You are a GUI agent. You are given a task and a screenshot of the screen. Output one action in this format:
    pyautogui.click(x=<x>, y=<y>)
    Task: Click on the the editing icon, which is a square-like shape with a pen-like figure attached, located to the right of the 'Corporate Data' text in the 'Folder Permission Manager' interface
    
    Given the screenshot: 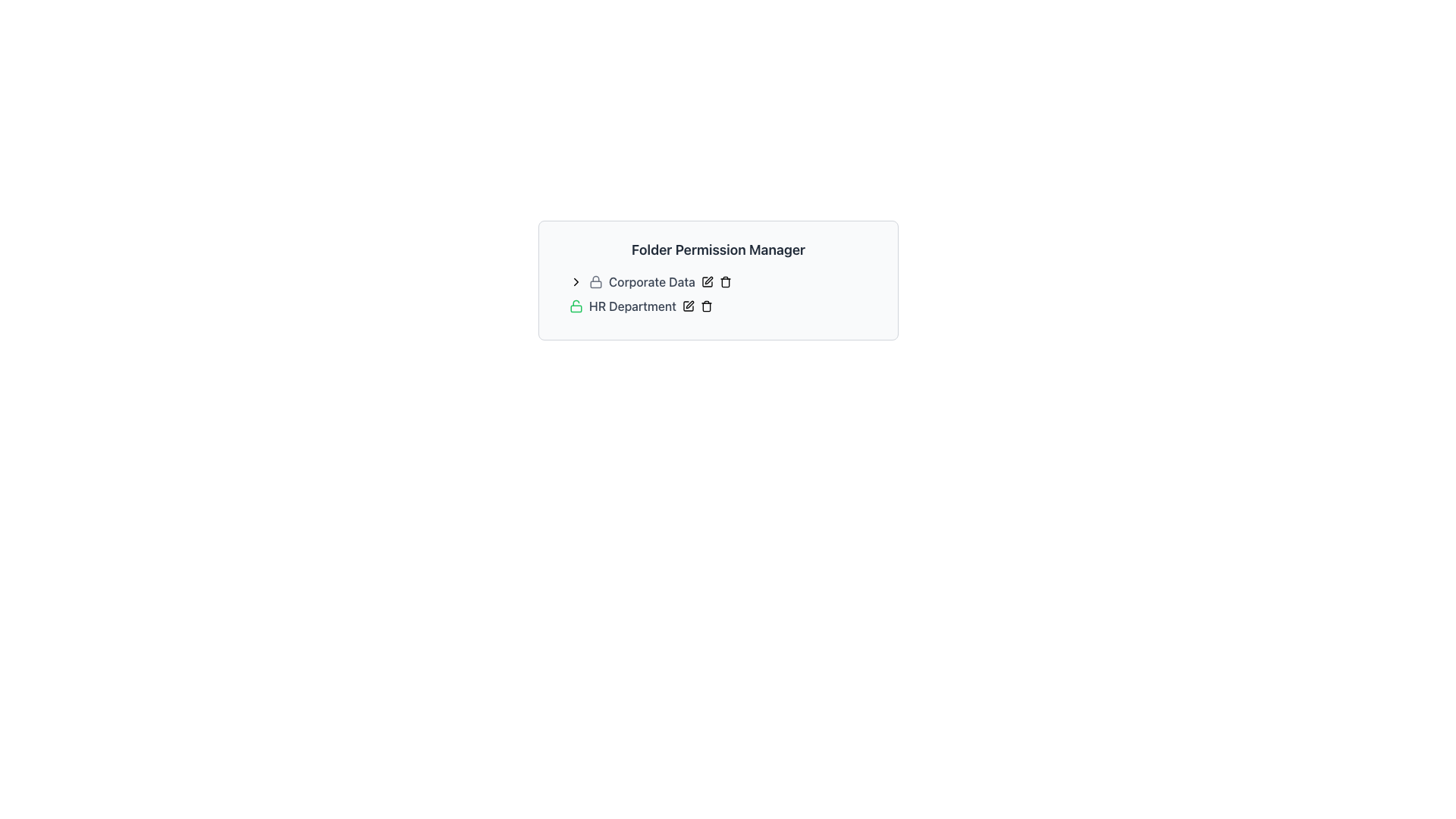 What is the action you would take?
    pyautogui.click(x=706, y=281)
    